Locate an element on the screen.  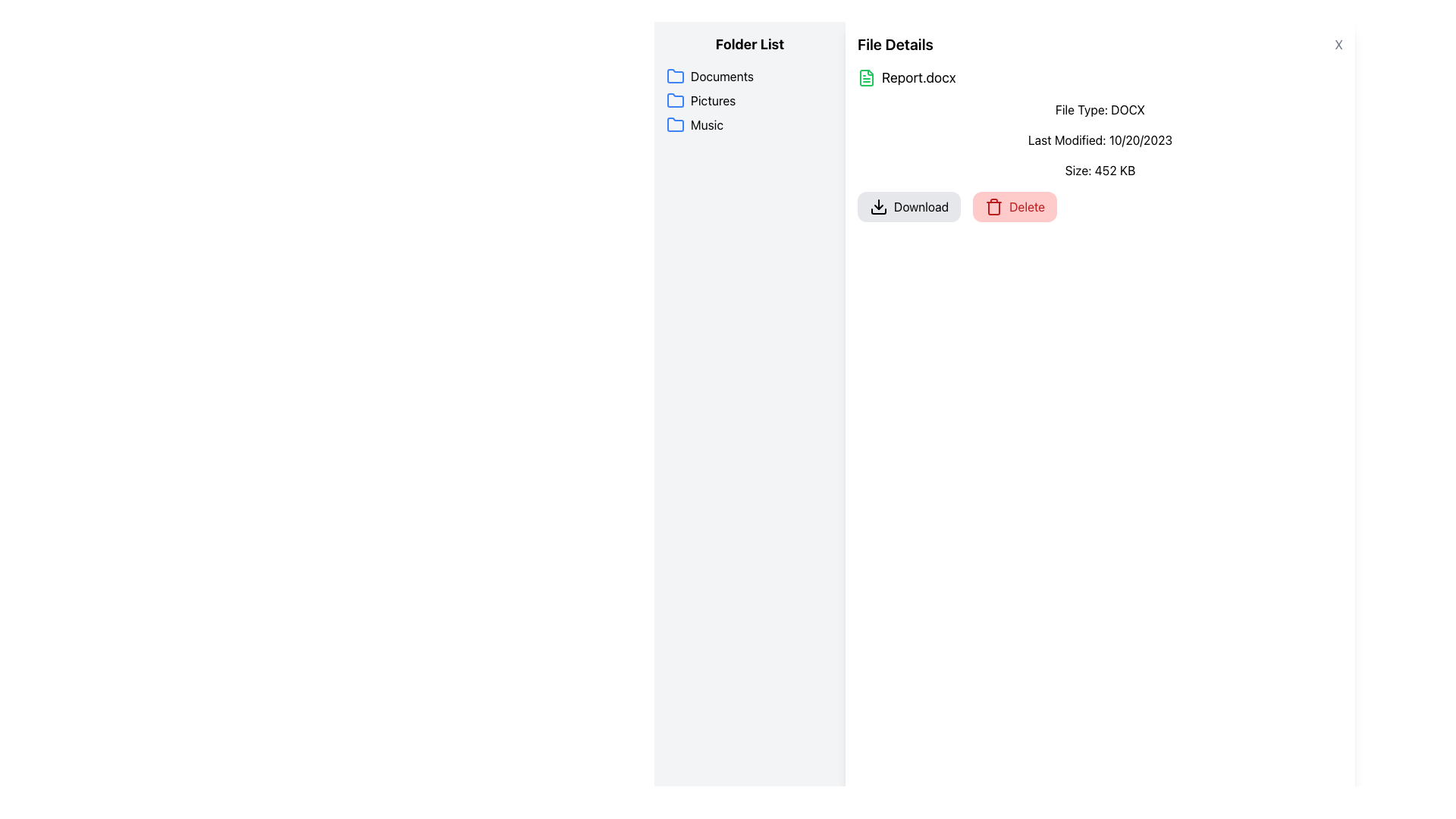
the informational text label that indicates the size of the document or file, located in the 'File Details' section under 'Last Modified' is located at coordinates (1100, 170).